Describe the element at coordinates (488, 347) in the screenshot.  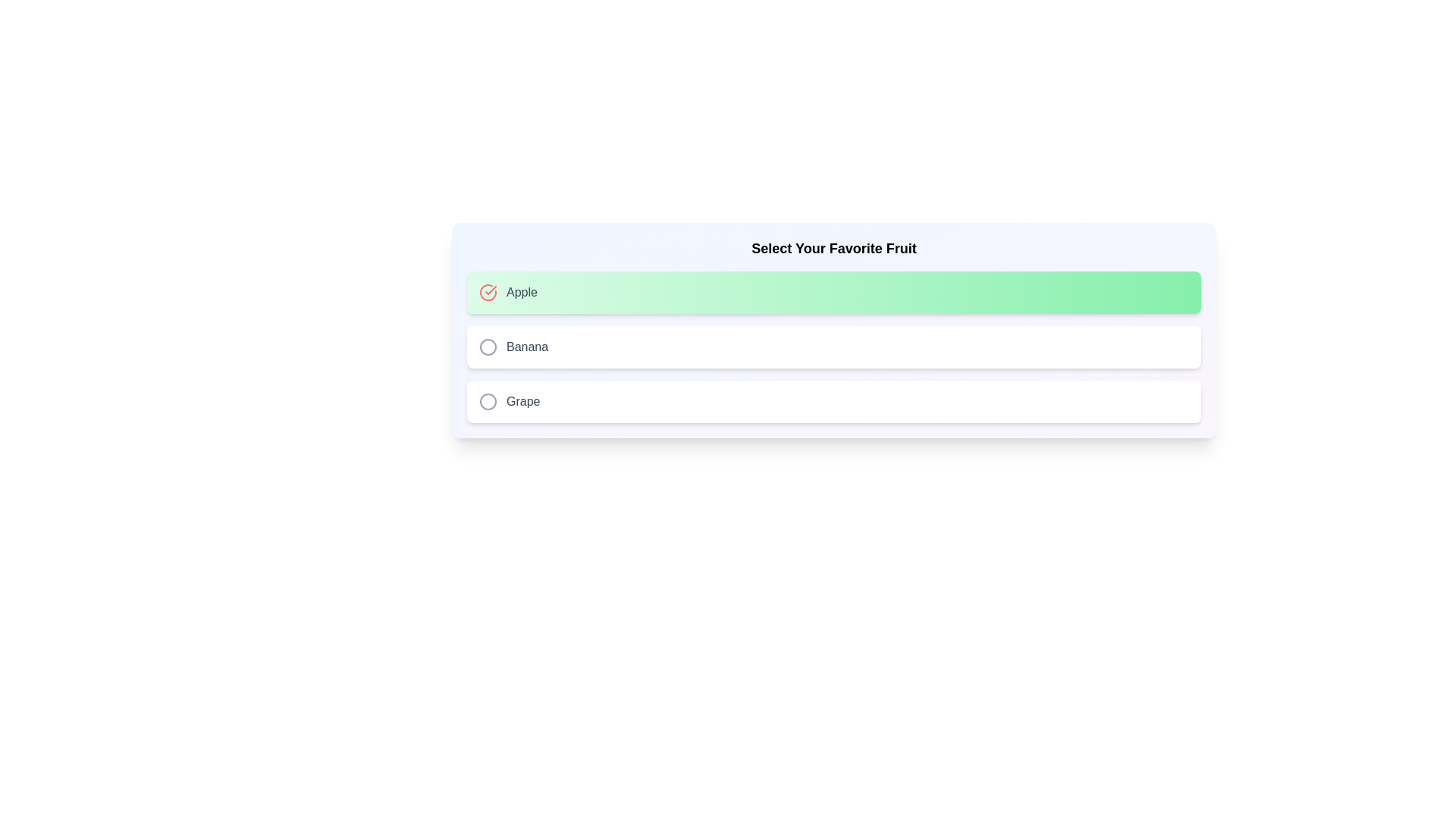
I see `the circular, hollow icon with a thin outline located within the card labeled 'Banana', which is the second card in the fruit options list` at that location.